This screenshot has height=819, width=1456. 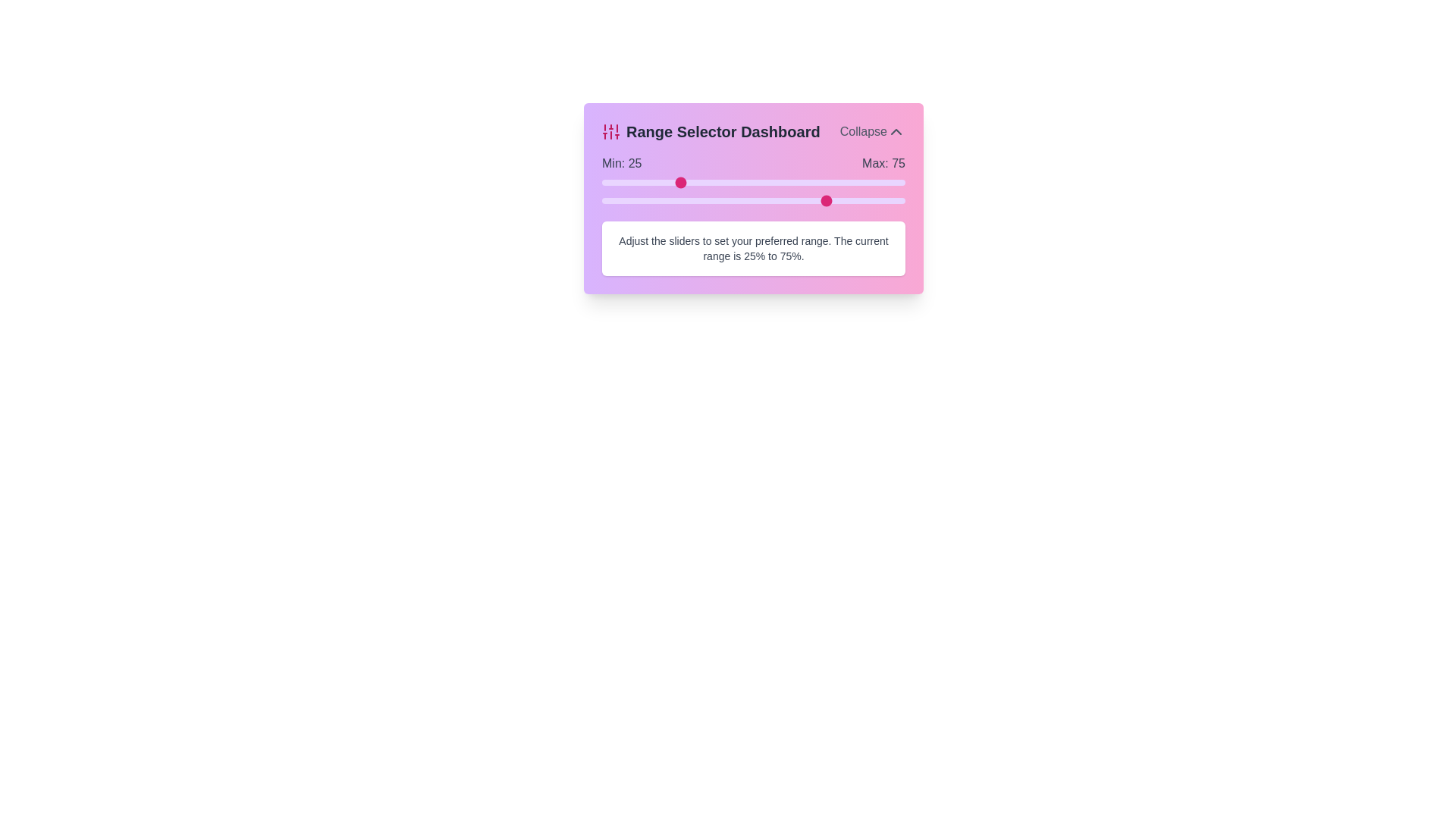 I want to click on the maximum range slider to 61%, so click(x=786, y=200).